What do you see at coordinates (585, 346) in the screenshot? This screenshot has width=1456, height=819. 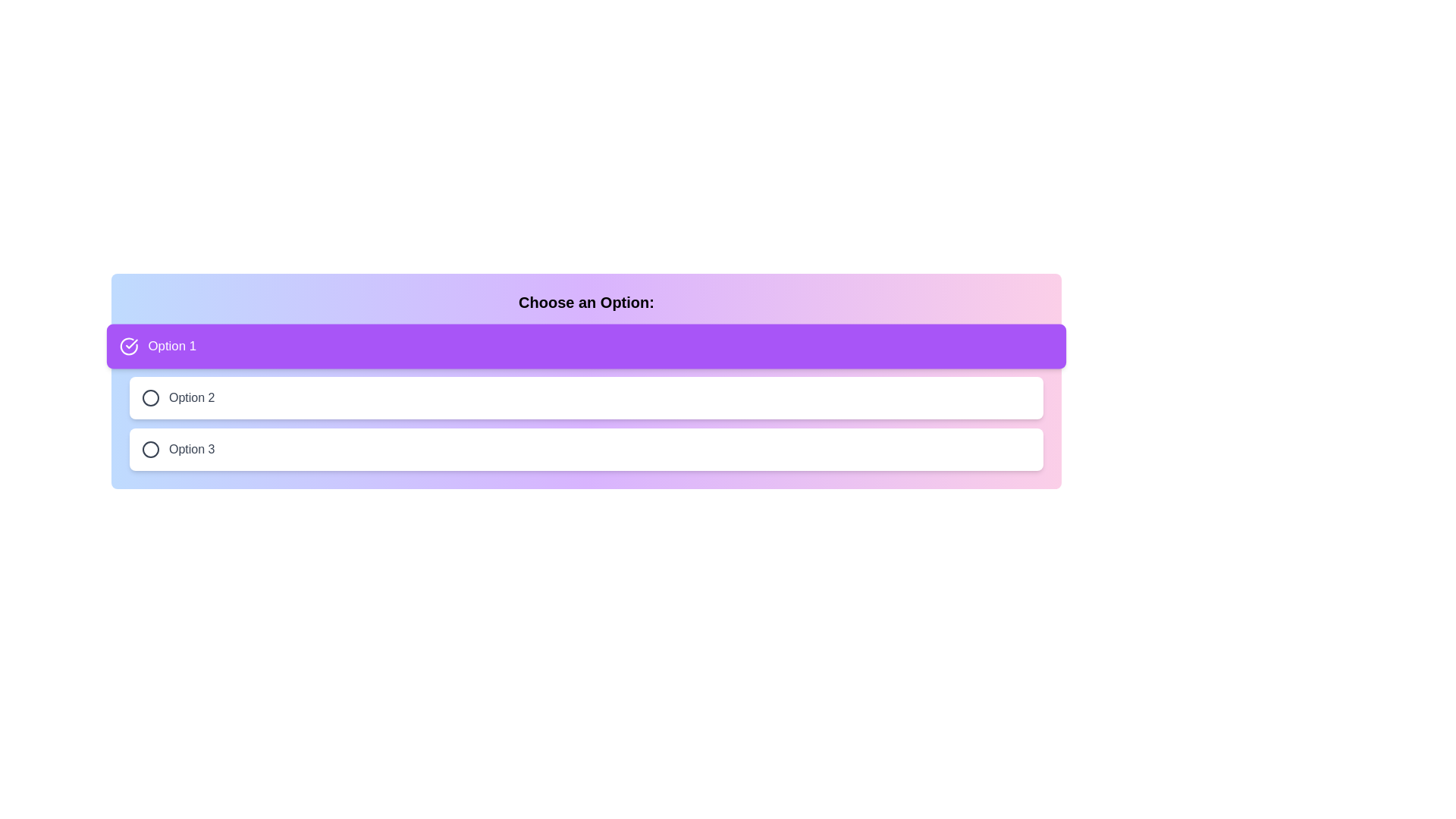 I see `the first selectable option in a vertical stack of options` at bounding box center [585, 346].